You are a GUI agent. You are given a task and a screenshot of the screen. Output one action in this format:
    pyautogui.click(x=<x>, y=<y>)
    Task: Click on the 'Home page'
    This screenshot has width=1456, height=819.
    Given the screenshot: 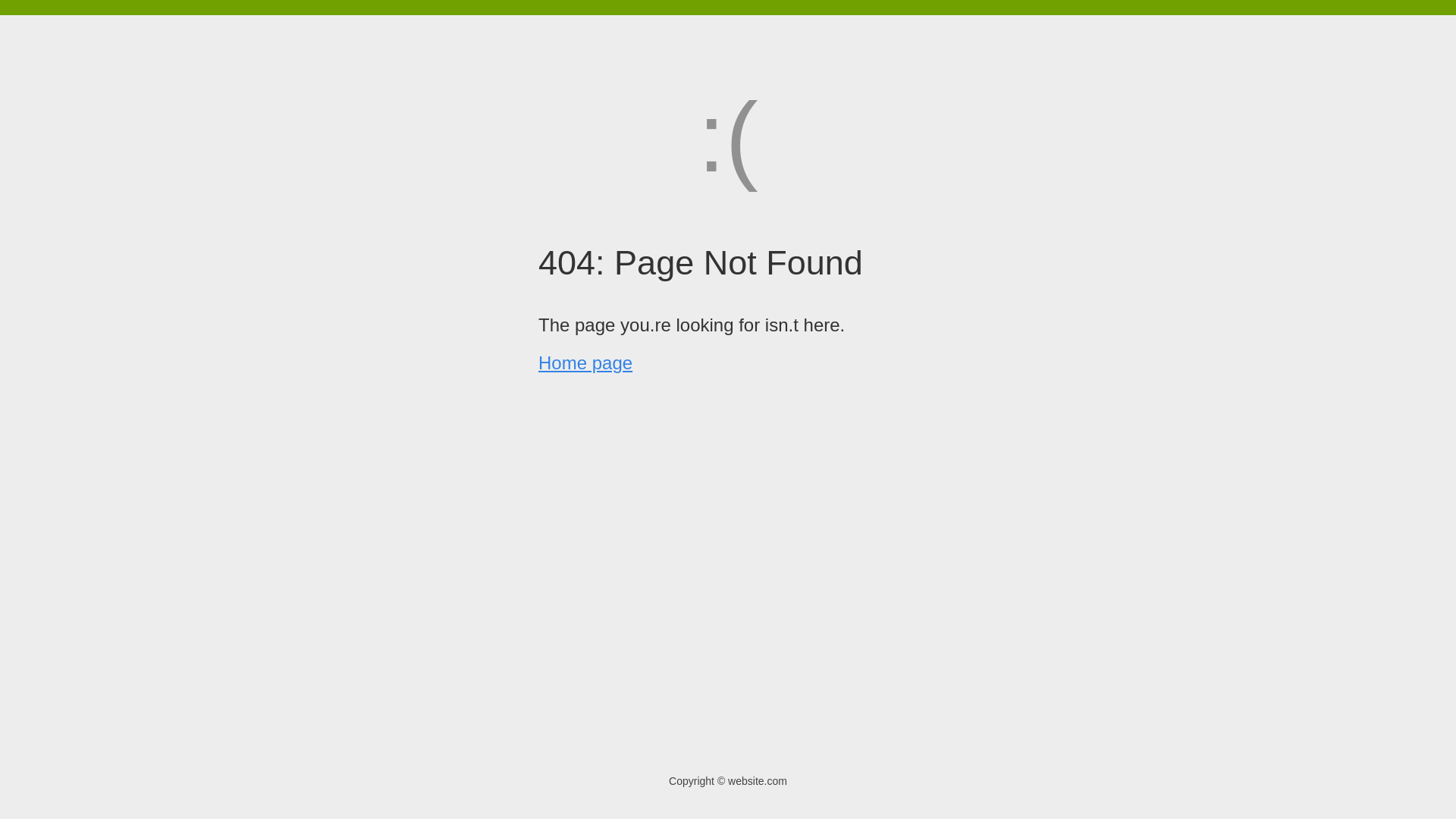 What is the action you would take?
    pyautogui.click(x=538, y=362)
    